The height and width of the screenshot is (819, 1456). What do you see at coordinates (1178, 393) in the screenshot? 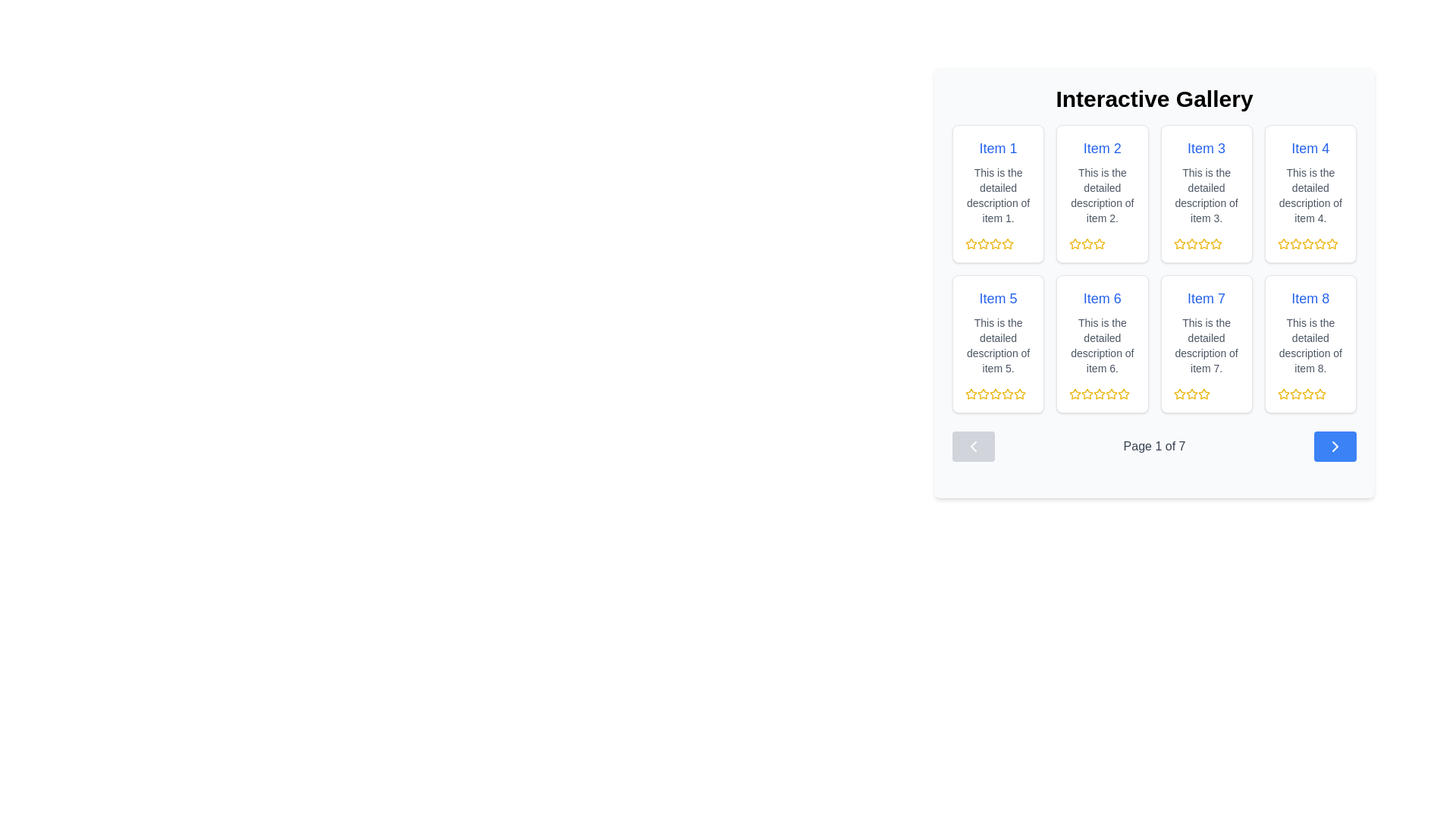
I see `the first star icon in the rating system below 'Item 7' to rate it` at bounding box center [1178, 393].